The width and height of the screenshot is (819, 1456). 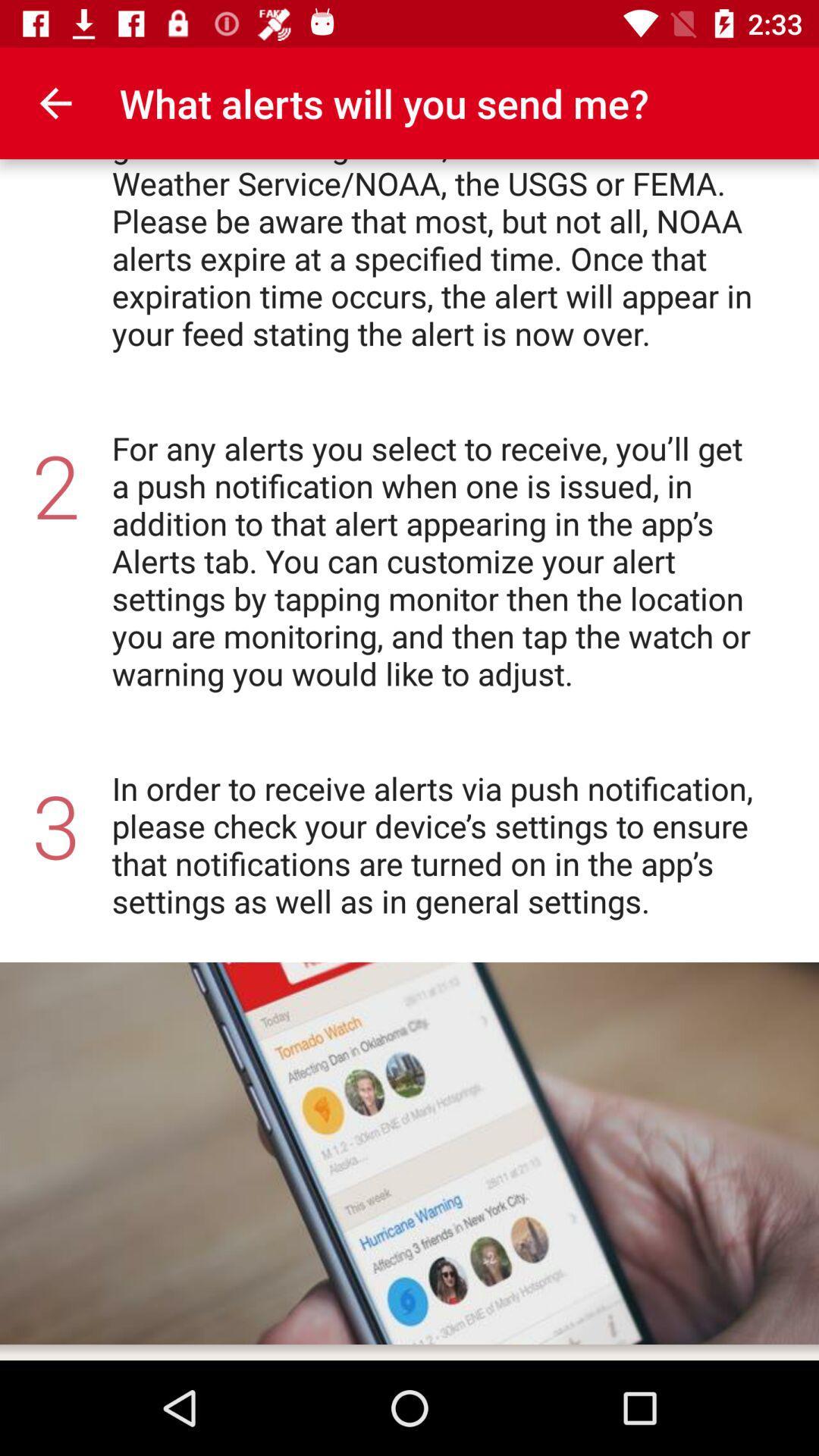 What do you see at coordinates (55, 102) in the screenshot?
I see `item to the left of the for each location icon` at bounding box center [55, 102].